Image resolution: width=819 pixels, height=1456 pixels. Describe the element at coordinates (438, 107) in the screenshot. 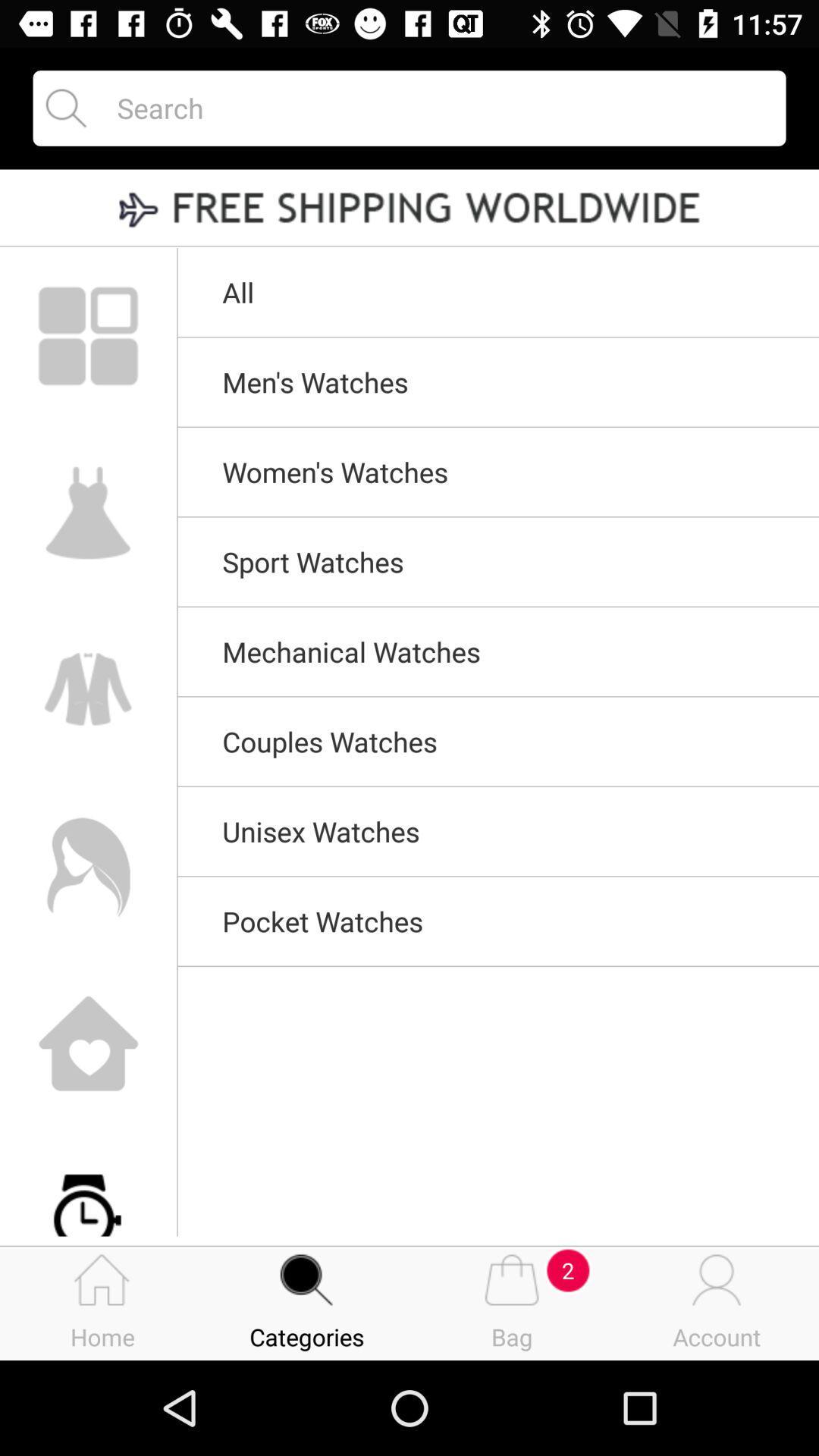

I see `search option` at that location.